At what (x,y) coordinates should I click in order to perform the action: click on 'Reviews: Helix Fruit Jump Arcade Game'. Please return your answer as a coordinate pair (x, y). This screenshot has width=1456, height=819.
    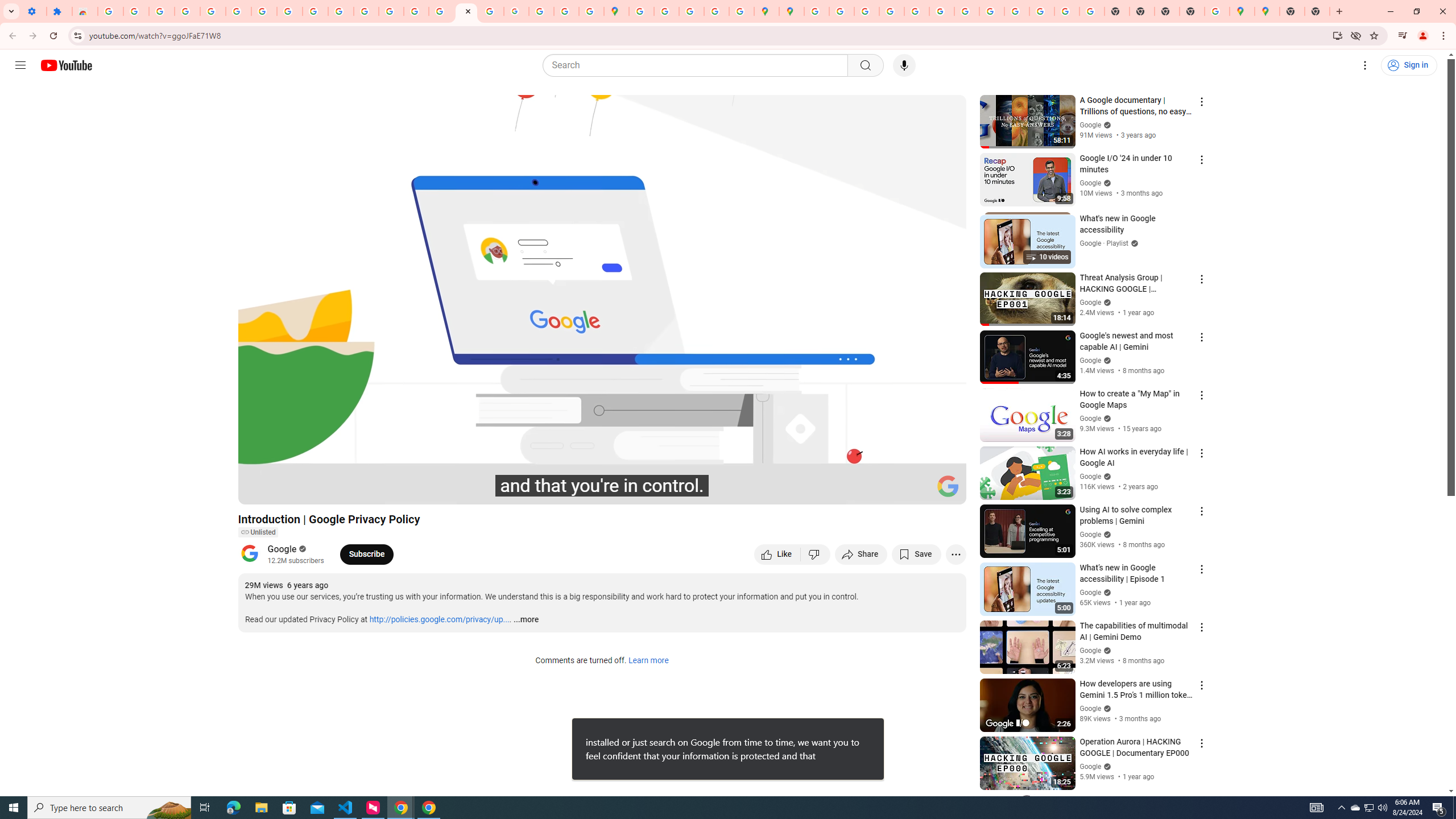
    Looking at the image, I should click on (84, 11).